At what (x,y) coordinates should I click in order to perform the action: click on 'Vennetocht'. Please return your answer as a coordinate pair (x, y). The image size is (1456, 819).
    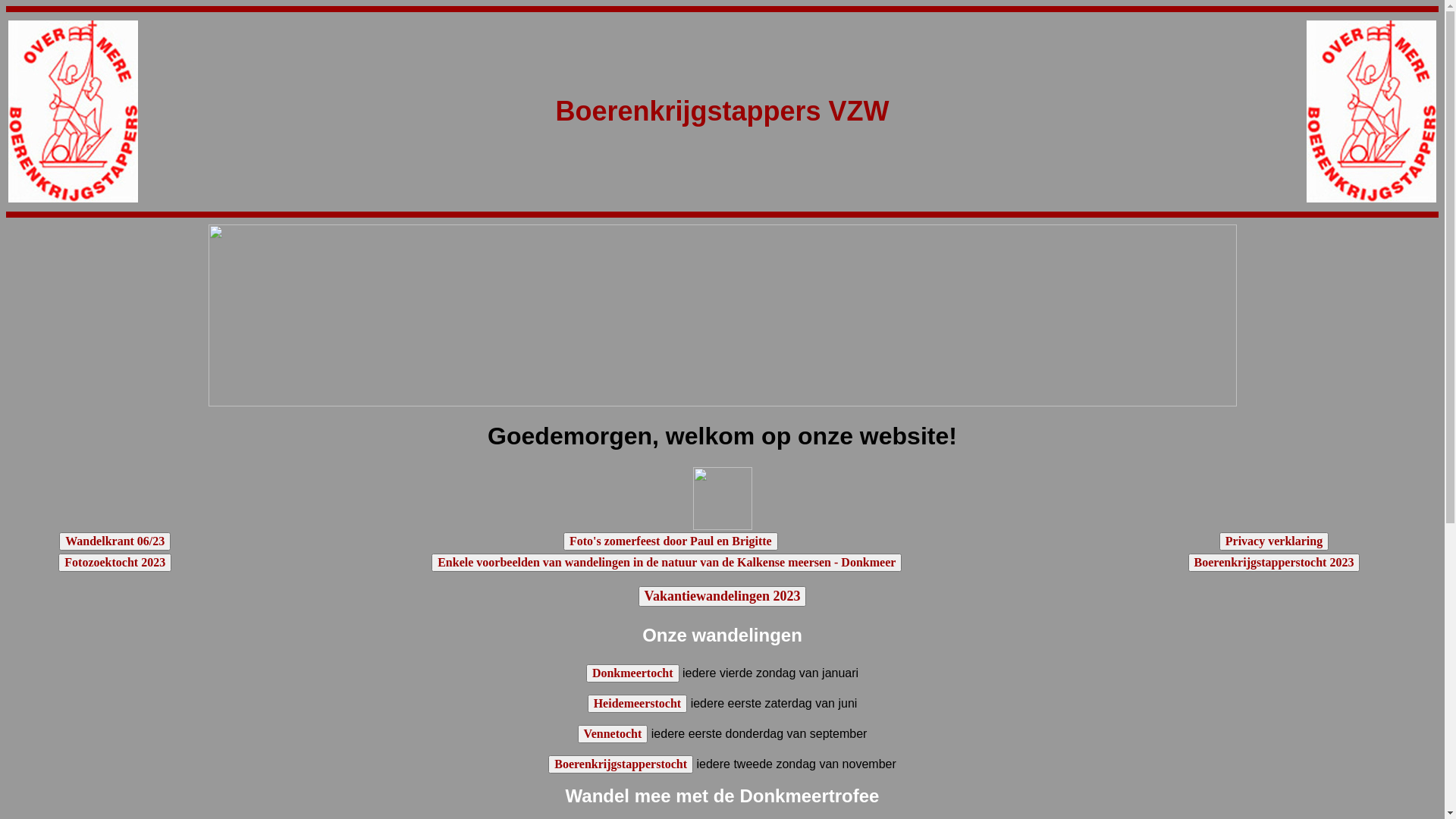
    Looking at the image, I should click on (577, 733).